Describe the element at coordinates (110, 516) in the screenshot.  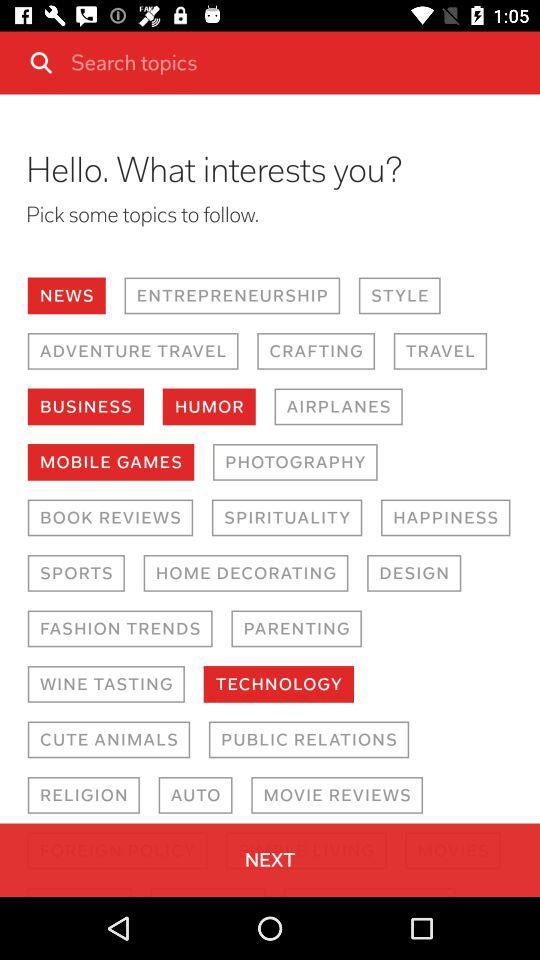
I see `item next to the spirituality icon` at that location.